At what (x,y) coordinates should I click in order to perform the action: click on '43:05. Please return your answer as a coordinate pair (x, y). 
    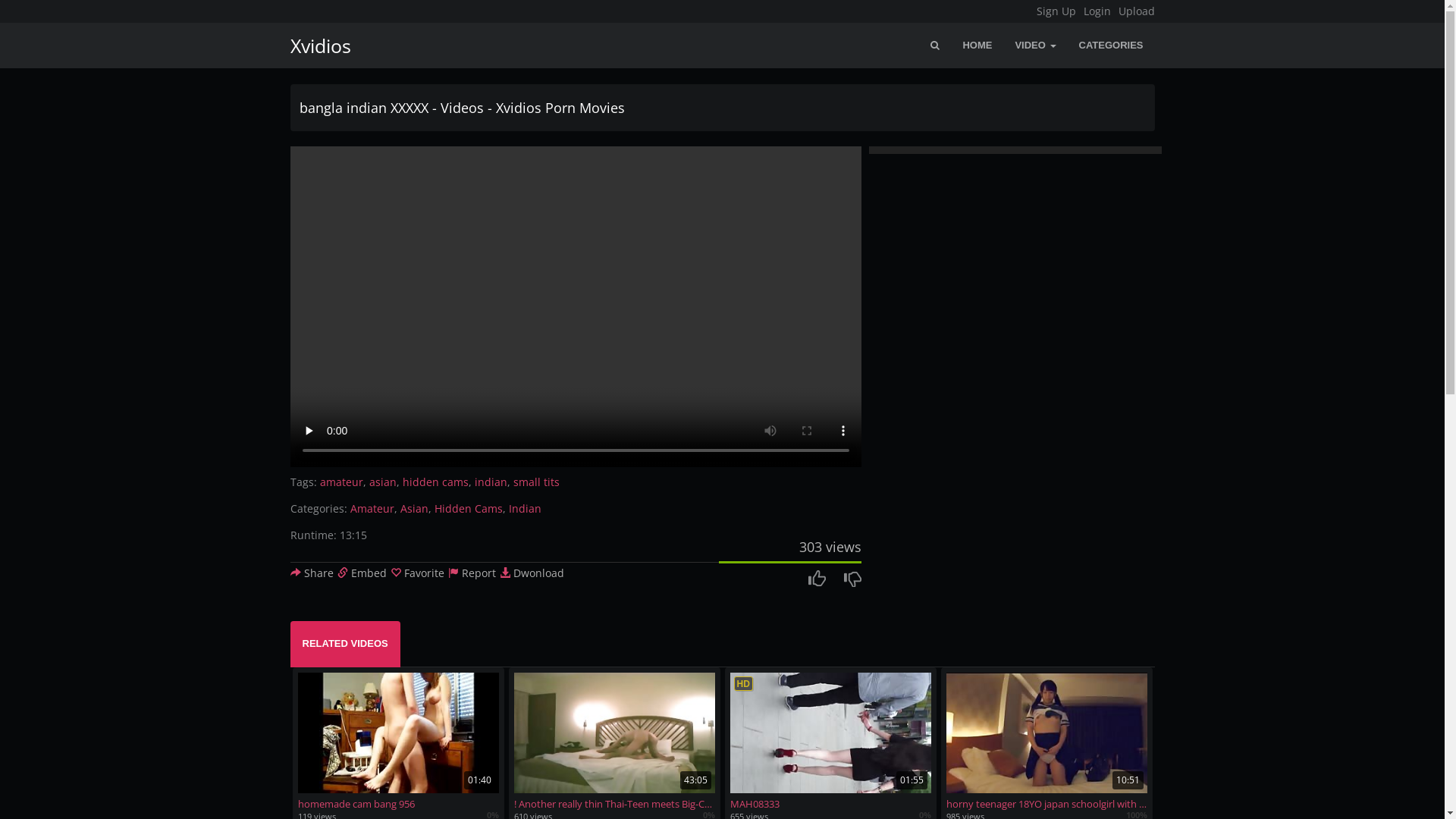
    Looking at the image, I should click on (614, 741).